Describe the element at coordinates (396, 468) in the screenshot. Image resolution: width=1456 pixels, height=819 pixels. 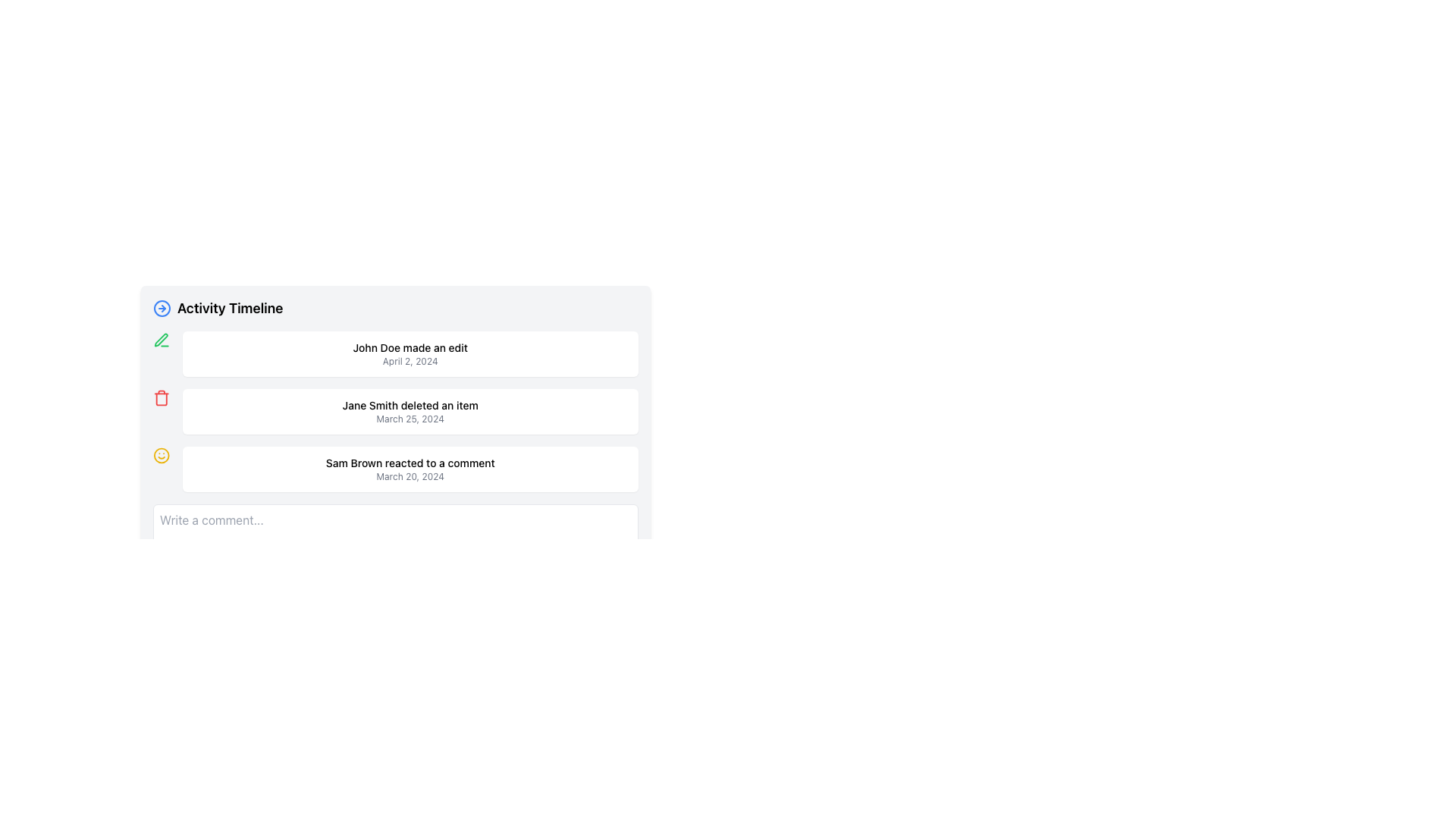
I see `the third entry in the timeline view that informs the user about 'Sam Brown reacted to a comment'` at that location.